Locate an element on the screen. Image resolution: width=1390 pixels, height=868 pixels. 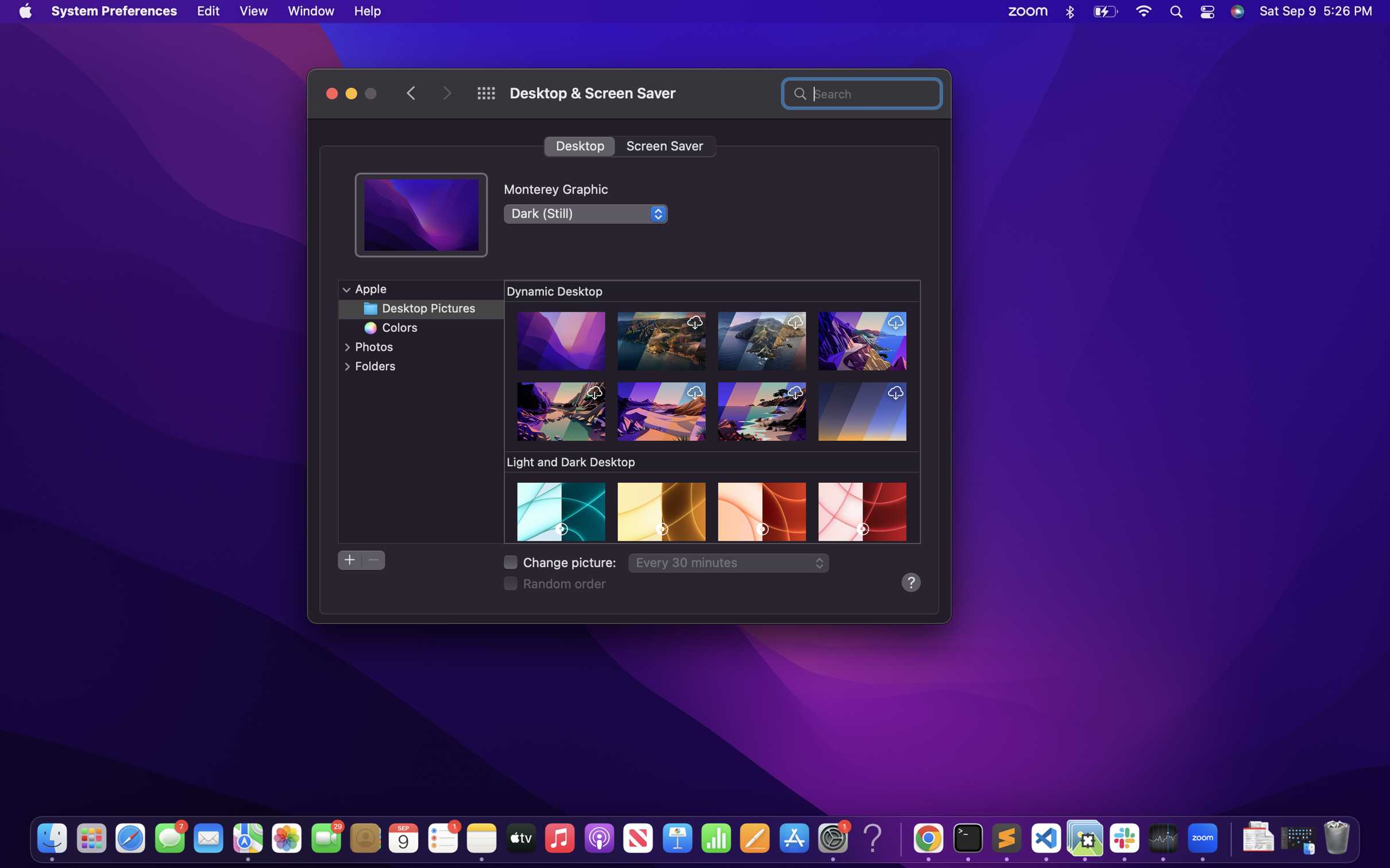
the settings for screen saver is located at coordinates (665, 145).